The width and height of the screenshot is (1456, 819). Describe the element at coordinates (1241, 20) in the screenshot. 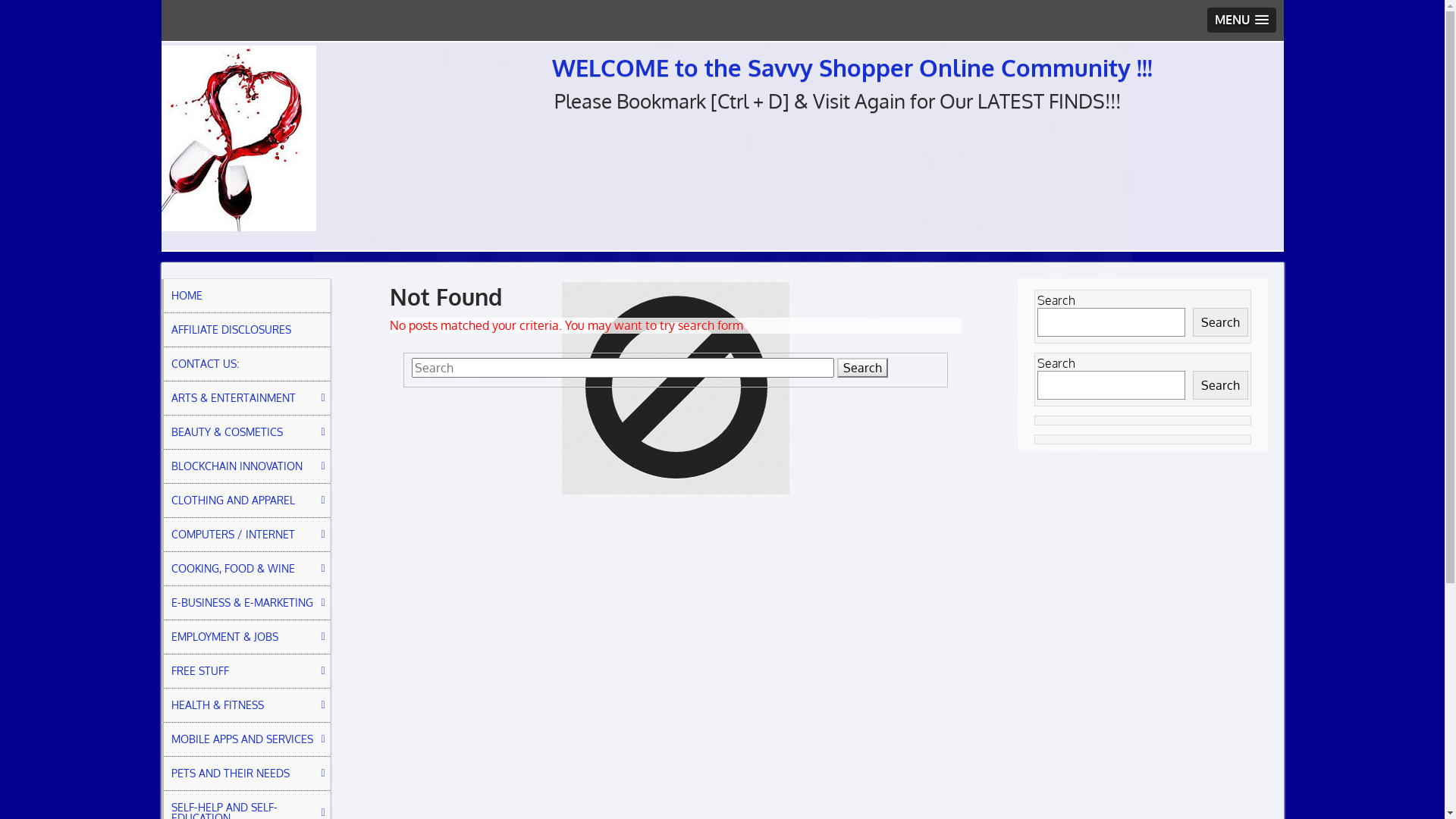

I see `'MENU'` at that location.